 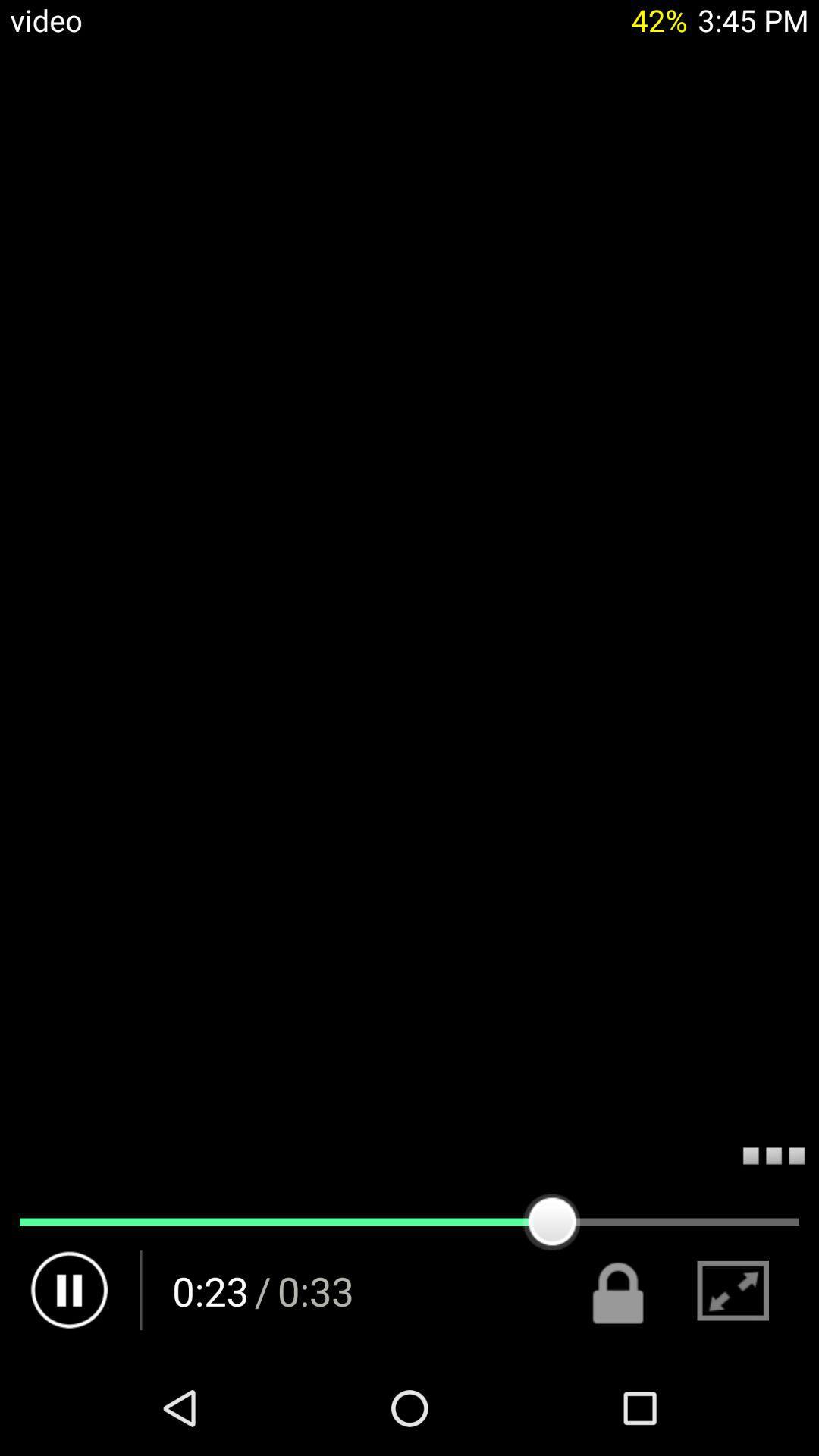 What do you see at coordinates (70, 1381) in the screenshot?
I see `the pause icon` at bounding box center [70, 1381].